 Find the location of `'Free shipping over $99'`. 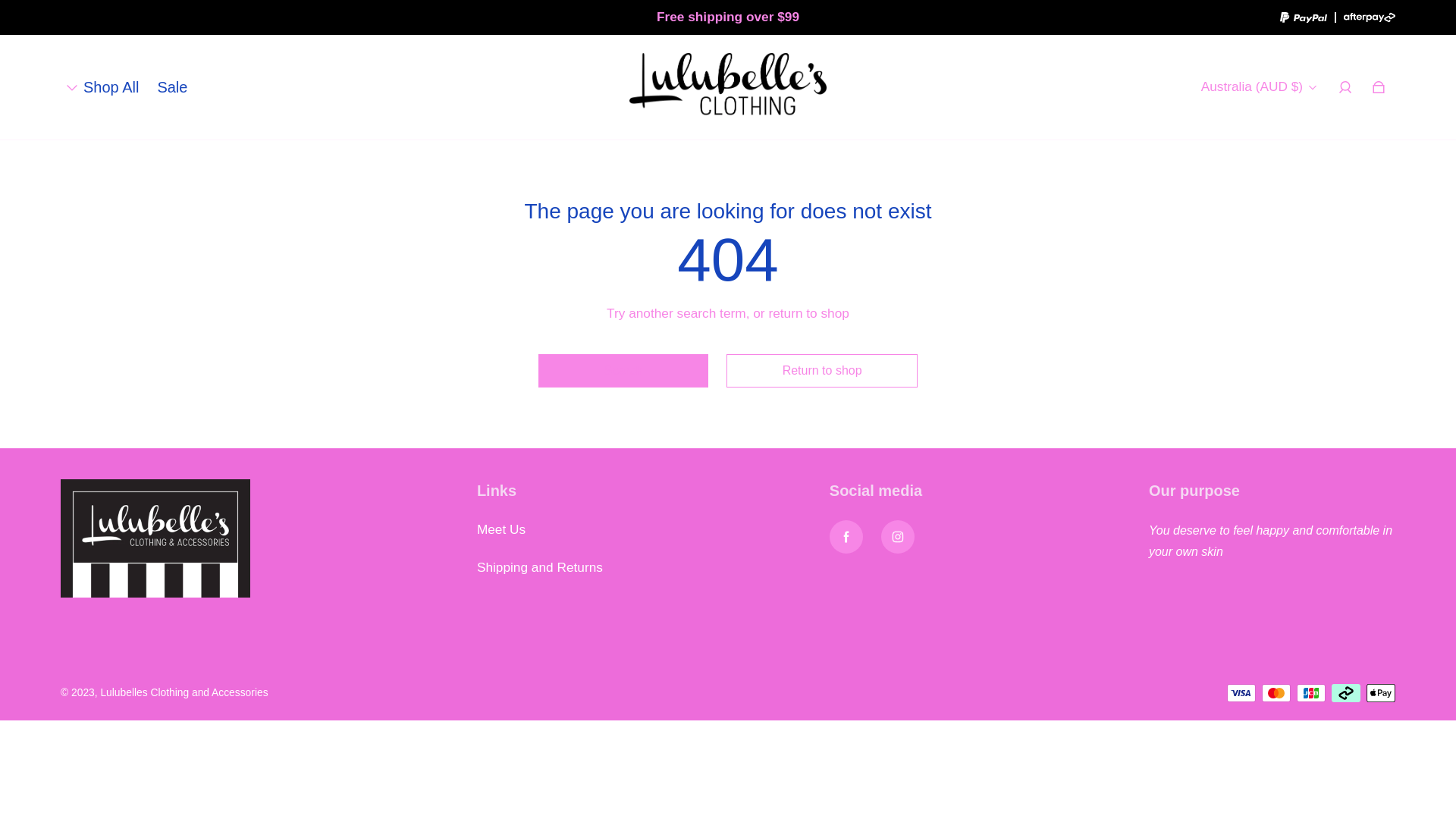

'Free shipping over $99' is located at coordinates (728, 17).